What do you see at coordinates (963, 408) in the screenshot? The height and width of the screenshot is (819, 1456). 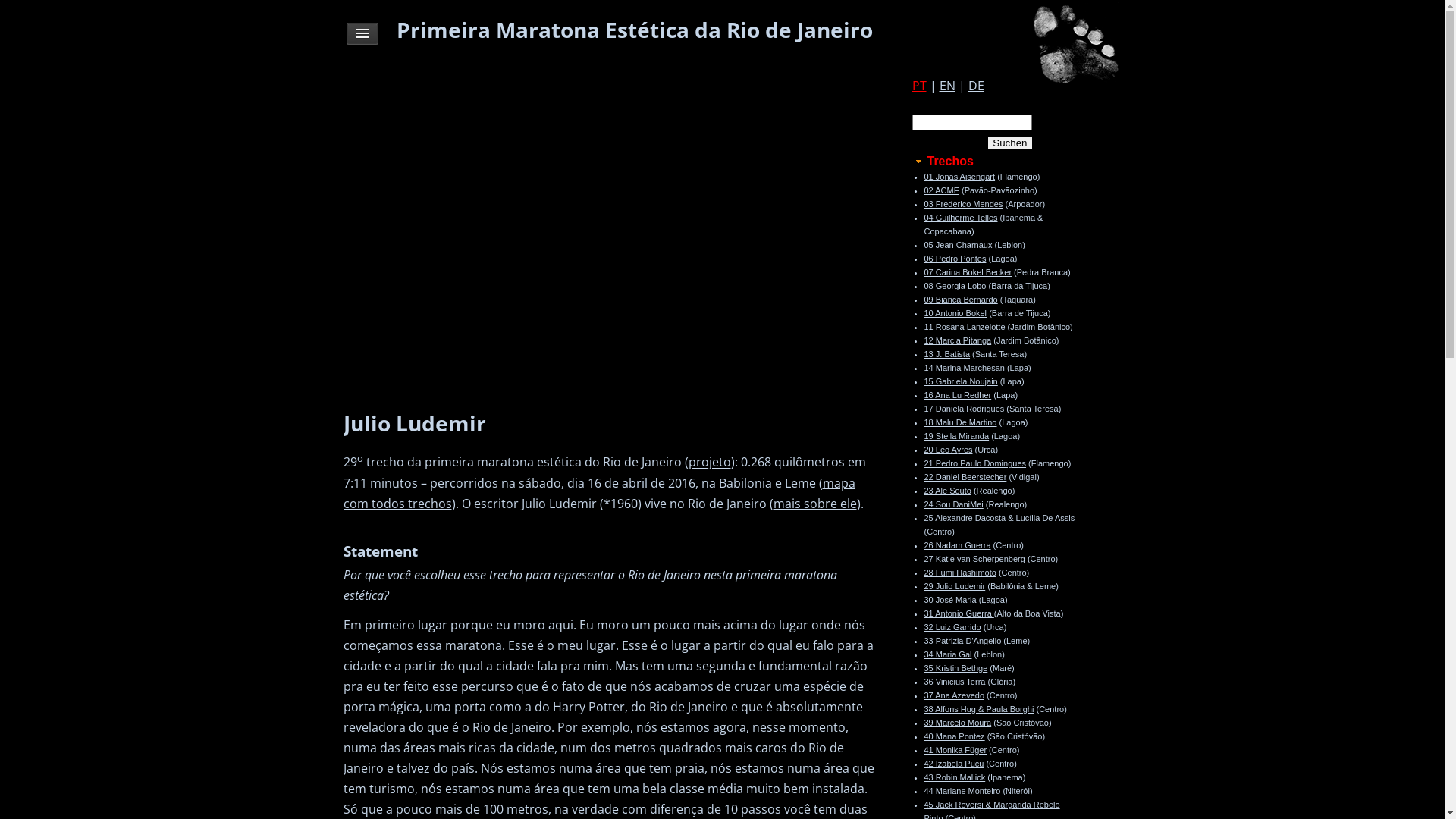 I see `'17 Daniela Rodrigues'` at bounding box center [963, 408].